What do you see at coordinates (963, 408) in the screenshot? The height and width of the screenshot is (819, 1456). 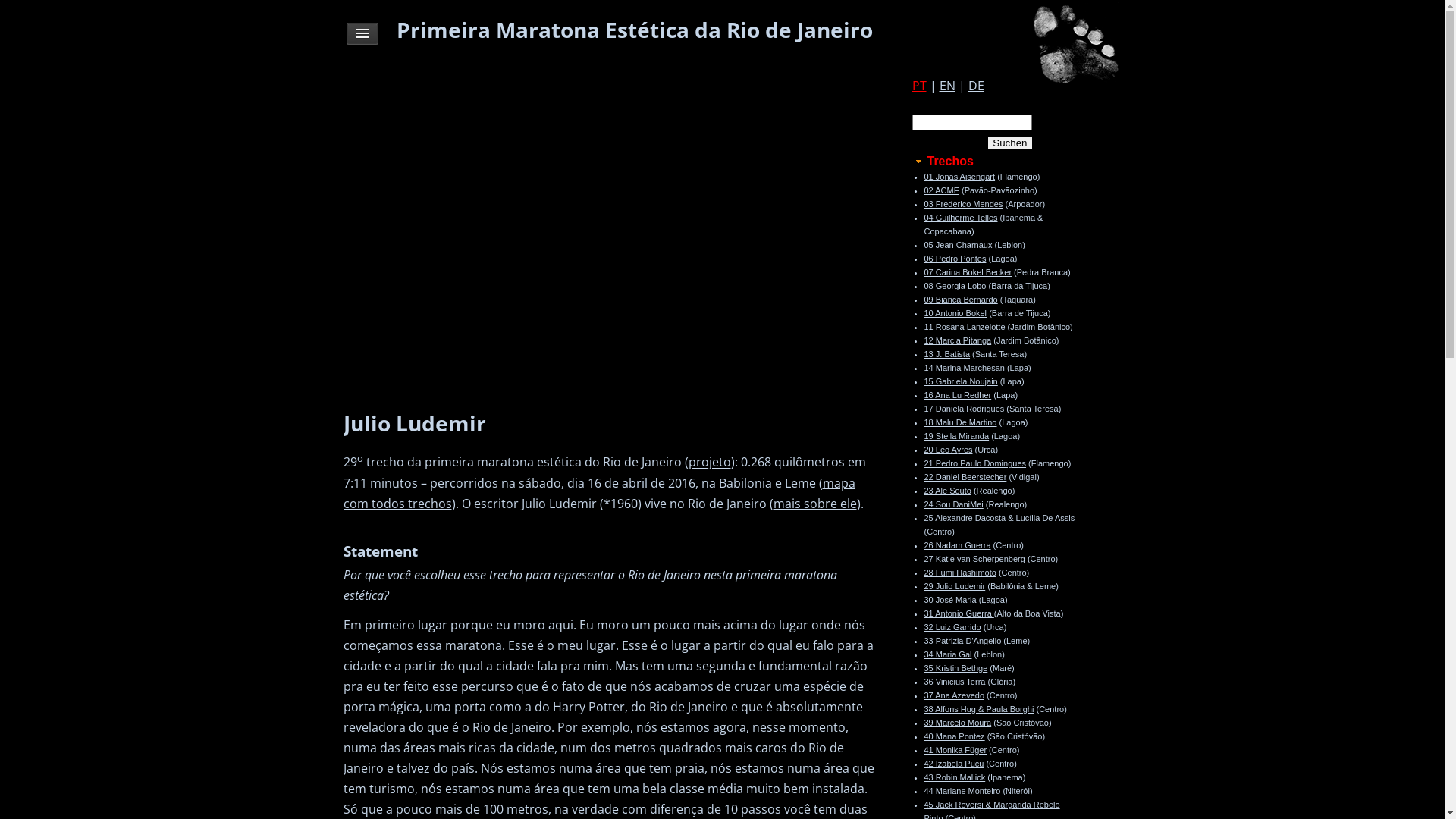 I see `'17 Daniela Rodrigues'` at bounding box center [963, 408].